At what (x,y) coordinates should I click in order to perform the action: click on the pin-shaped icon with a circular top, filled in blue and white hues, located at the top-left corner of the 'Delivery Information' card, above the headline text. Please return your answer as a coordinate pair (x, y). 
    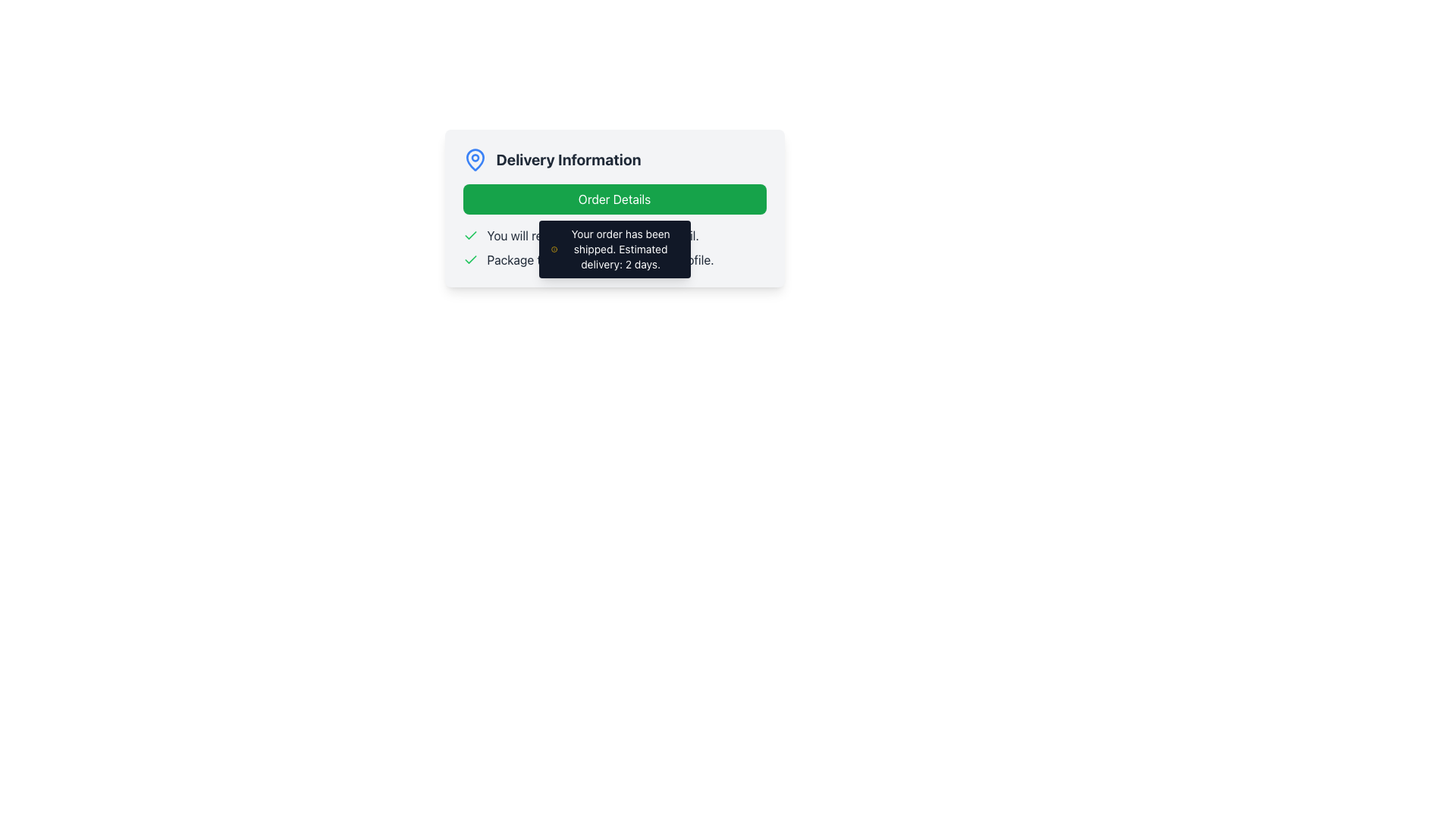
    Looking at the image, I should click on (474, 160).